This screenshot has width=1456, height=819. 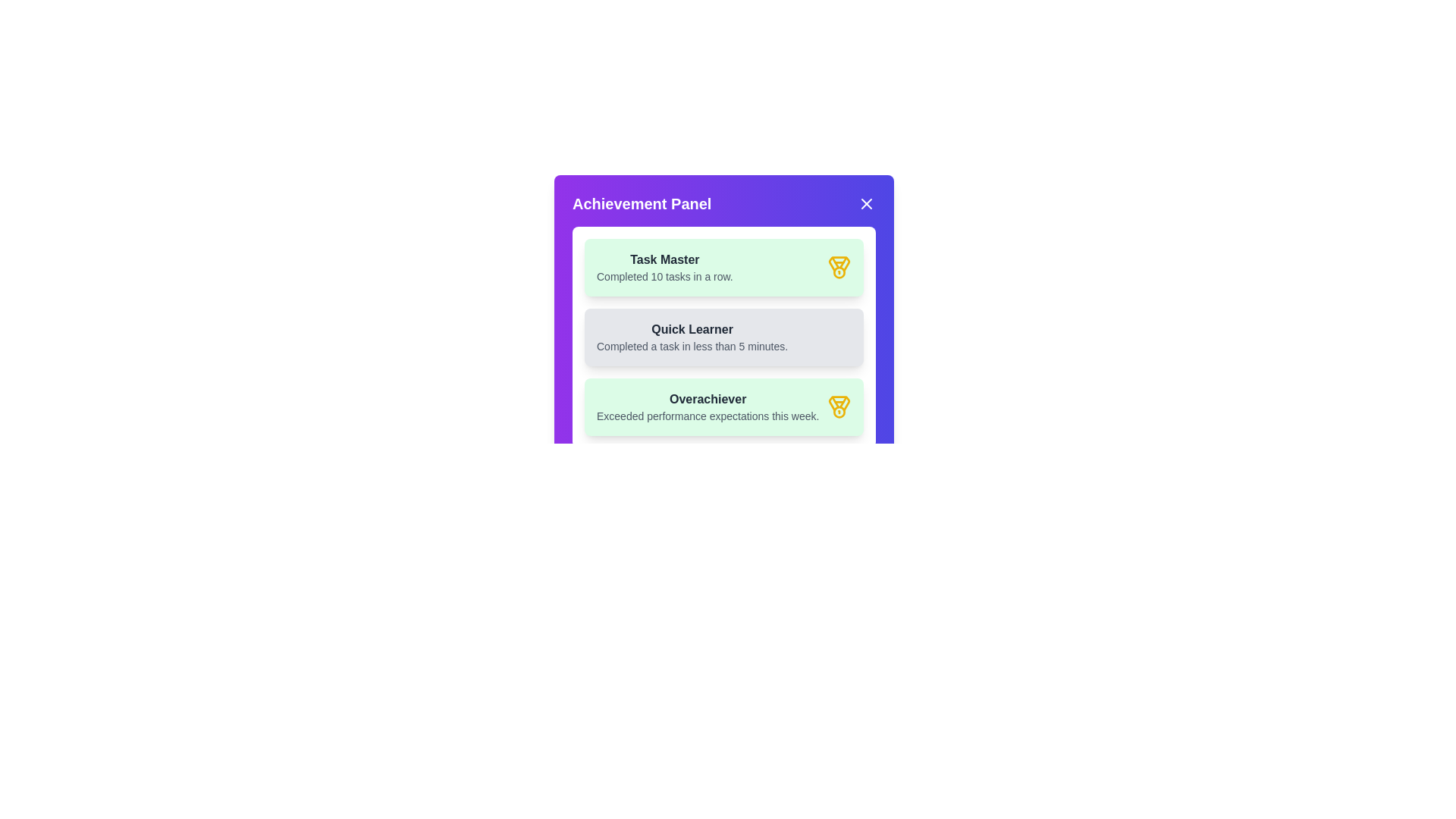 What do you see at coordinates (839, 267) in the screenshot?
I see `the achievement icon that represents the completion of the 'Task Master' task, located at the far right next to the 'Task Master' text` at bounding box center [839, 267].